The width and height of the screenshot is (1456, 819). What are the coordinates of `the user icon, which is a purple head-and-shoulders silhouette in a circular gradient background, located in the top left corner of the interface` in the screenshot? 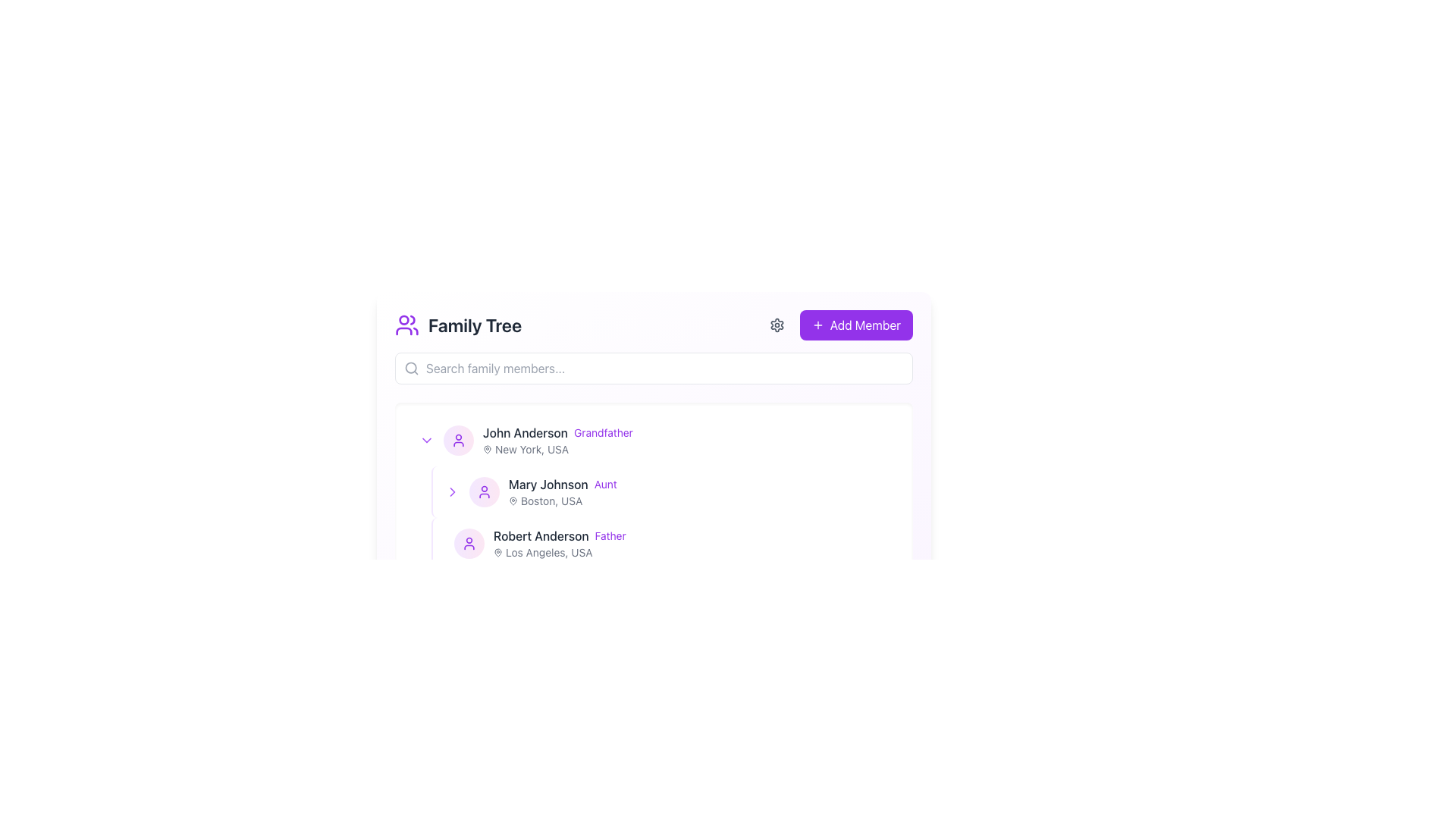 It's located at (483, 491).